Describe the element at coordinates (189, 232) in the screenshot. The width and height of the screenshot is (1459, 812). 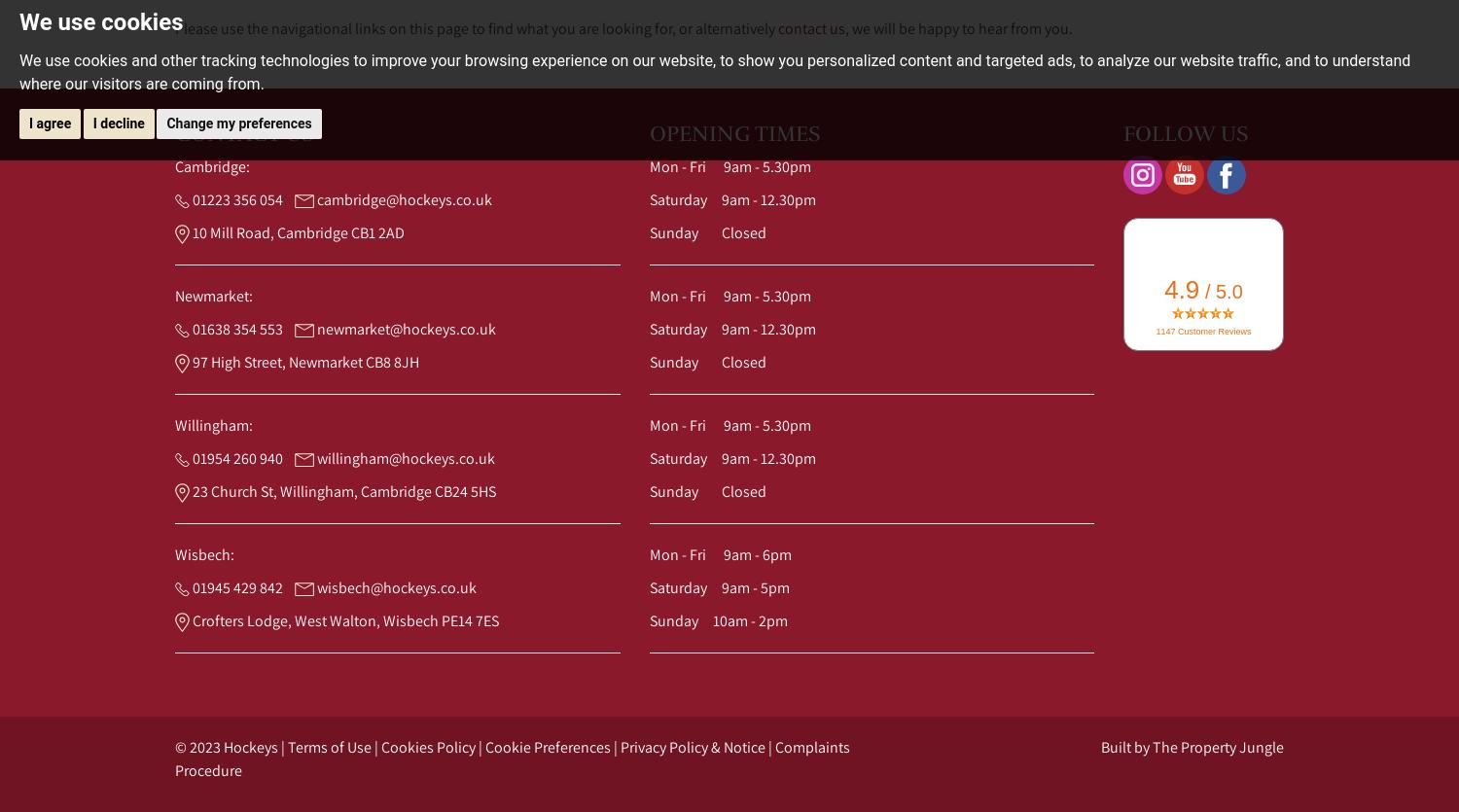
I see `'10 Mill Road, Cambridge CB1 2AD'` at that location.